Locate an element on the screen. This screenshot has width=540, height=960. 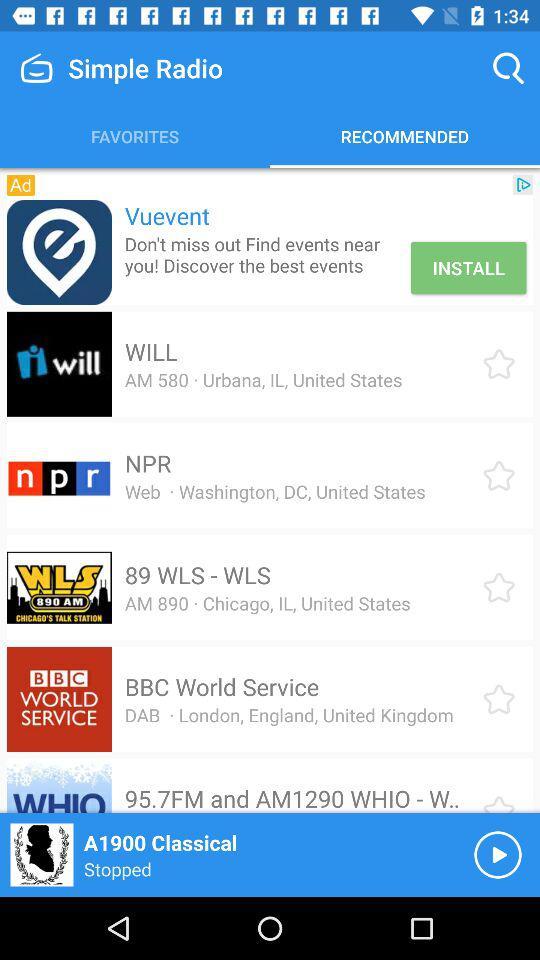
the icon above npr is located at coordinates (263, 378).